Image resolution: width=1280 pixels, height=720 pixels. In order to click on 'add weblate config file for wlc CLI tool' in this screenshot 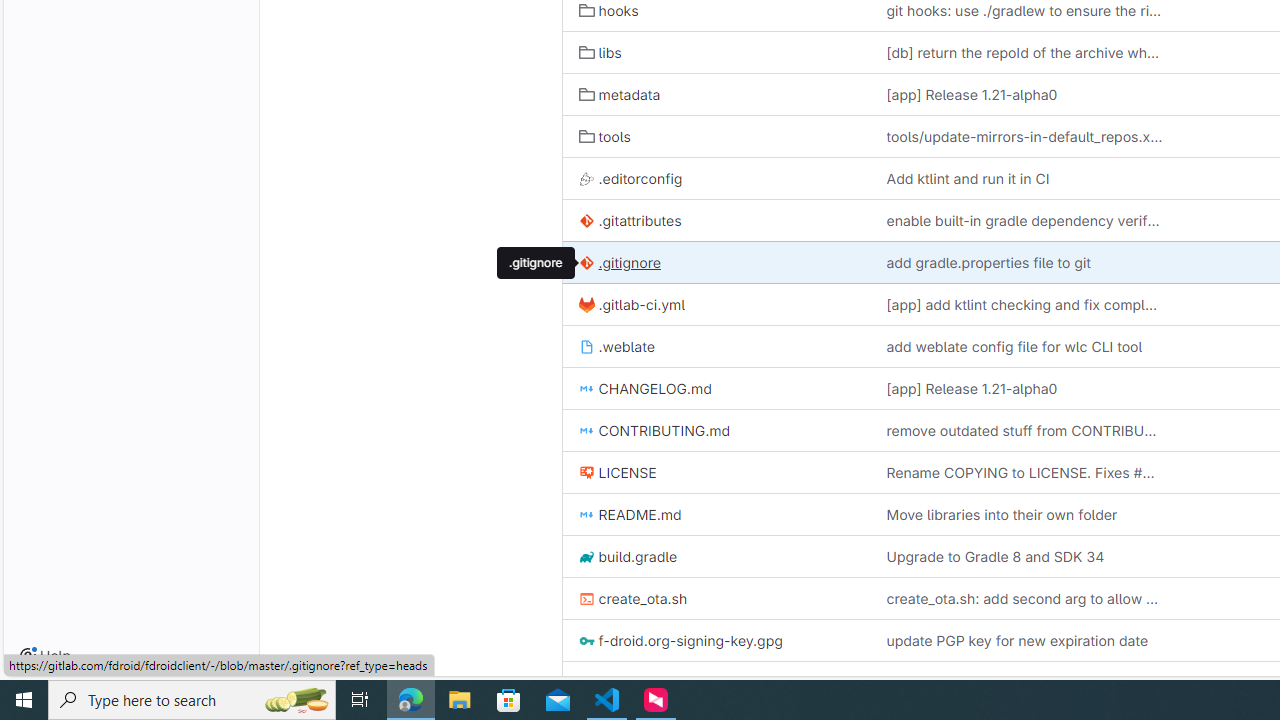, I will do `click(1024, 345)`.